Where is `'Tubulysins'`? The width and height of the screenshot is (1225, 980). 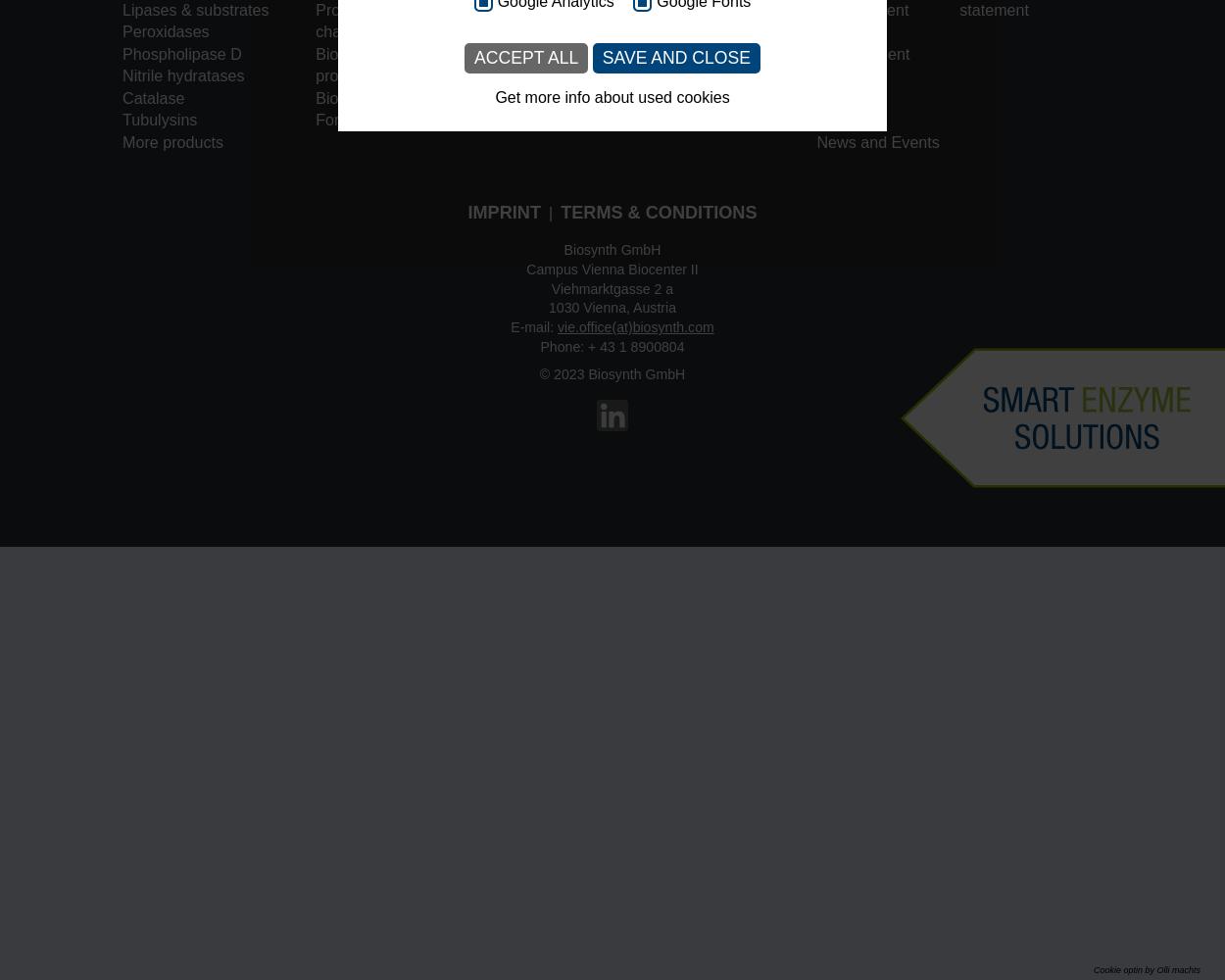
'Tubulysins' is located at coordinates (159, 119).